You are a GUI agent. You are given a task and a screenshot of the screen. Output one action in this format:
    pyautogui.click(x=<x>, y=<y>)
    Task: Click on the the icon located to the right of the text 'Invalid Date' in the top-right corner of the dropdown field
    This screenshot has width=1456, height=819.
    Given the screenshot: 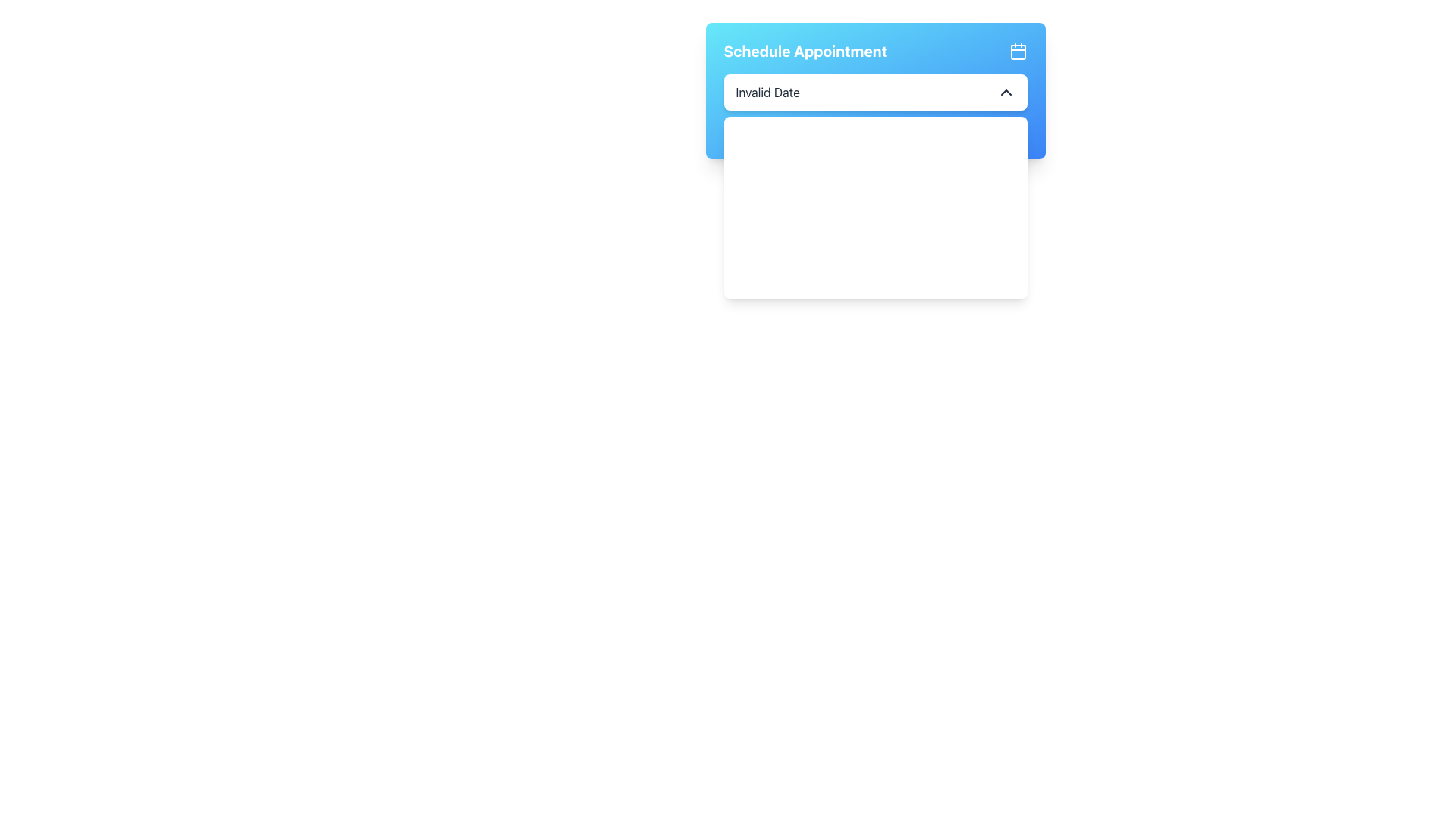 What is the action you would take?
    pyautogui.click(x=1006, y=93)
    